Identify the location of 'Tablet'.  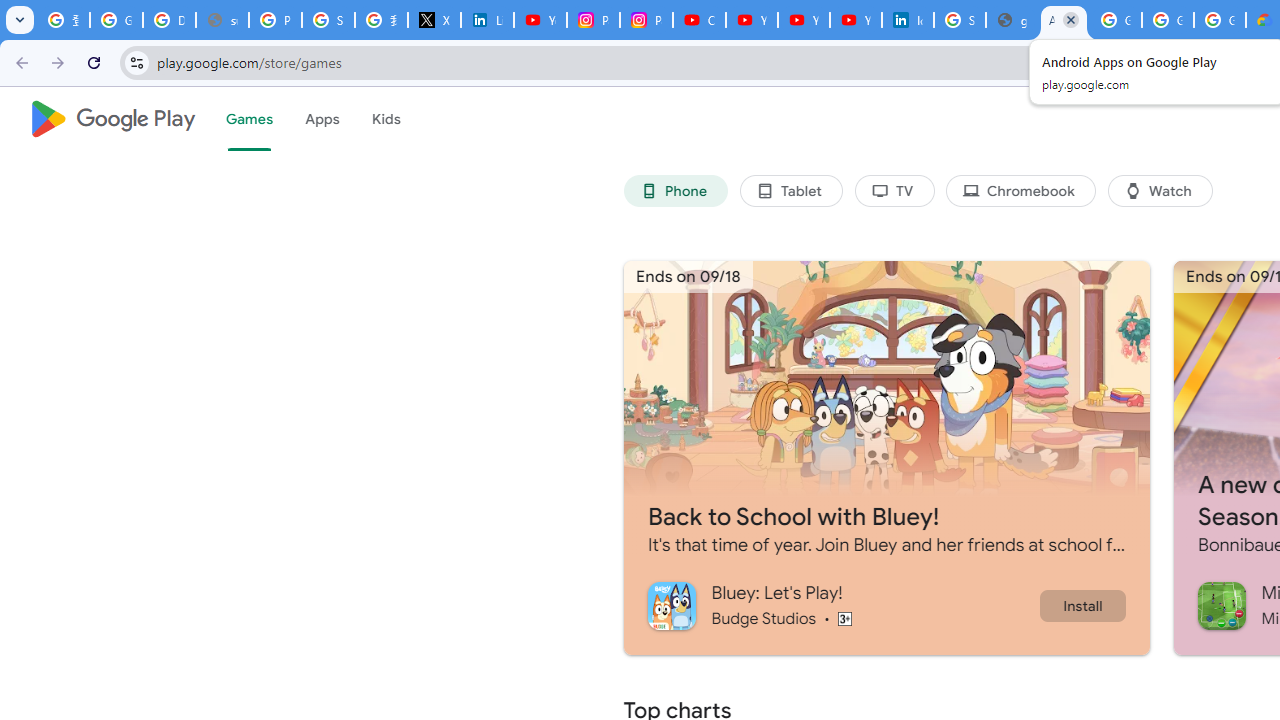
(790, 191).